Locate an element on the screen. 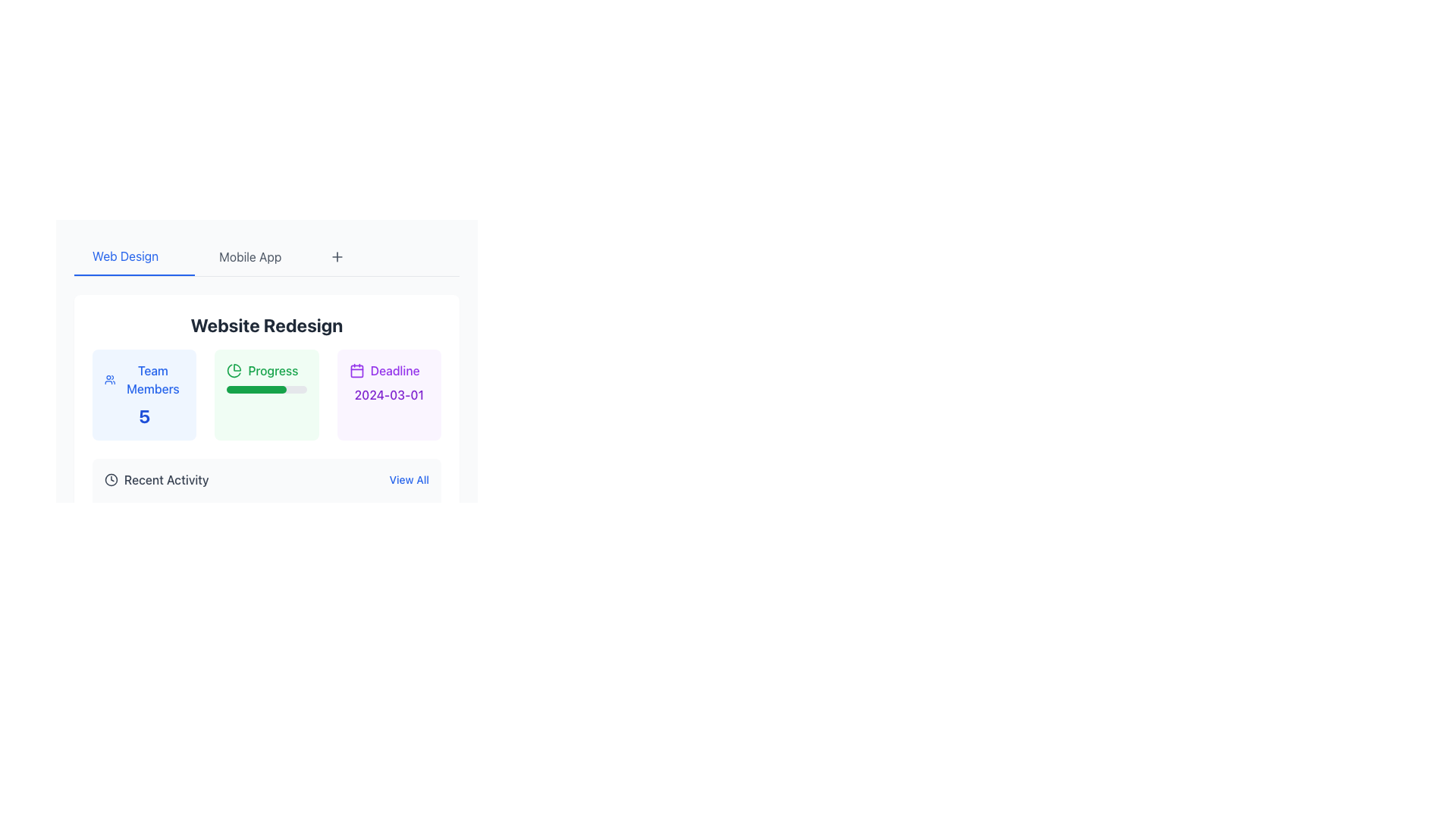  the second navigational tab labeled 'Mobile App' to switch to the Mobile App section of the interface is located at coordinates (259, 256).